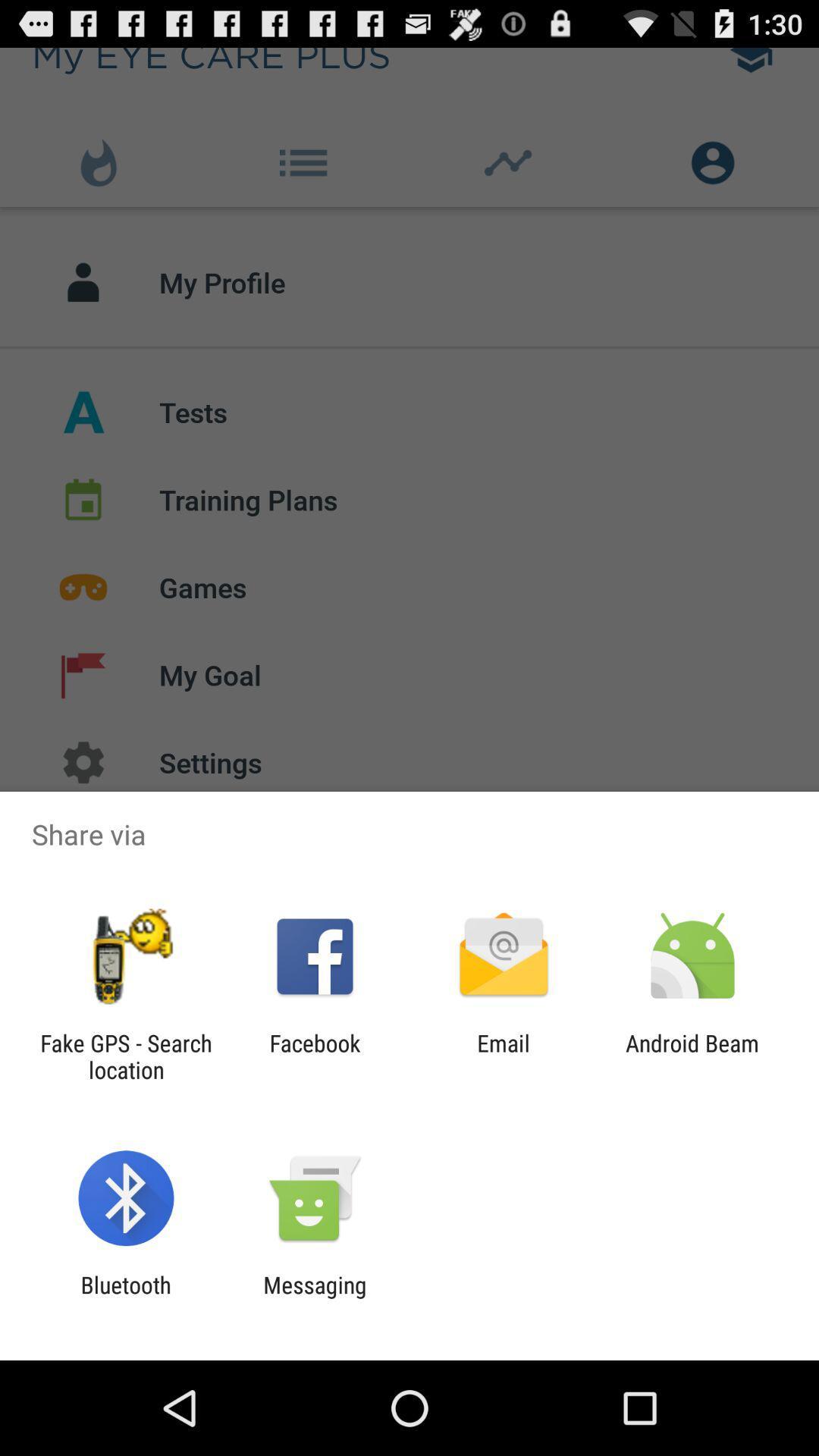 This screenshot has height=1456, width=819. I want to click on the item to the right of fake gps search app, so click(314, 1056).